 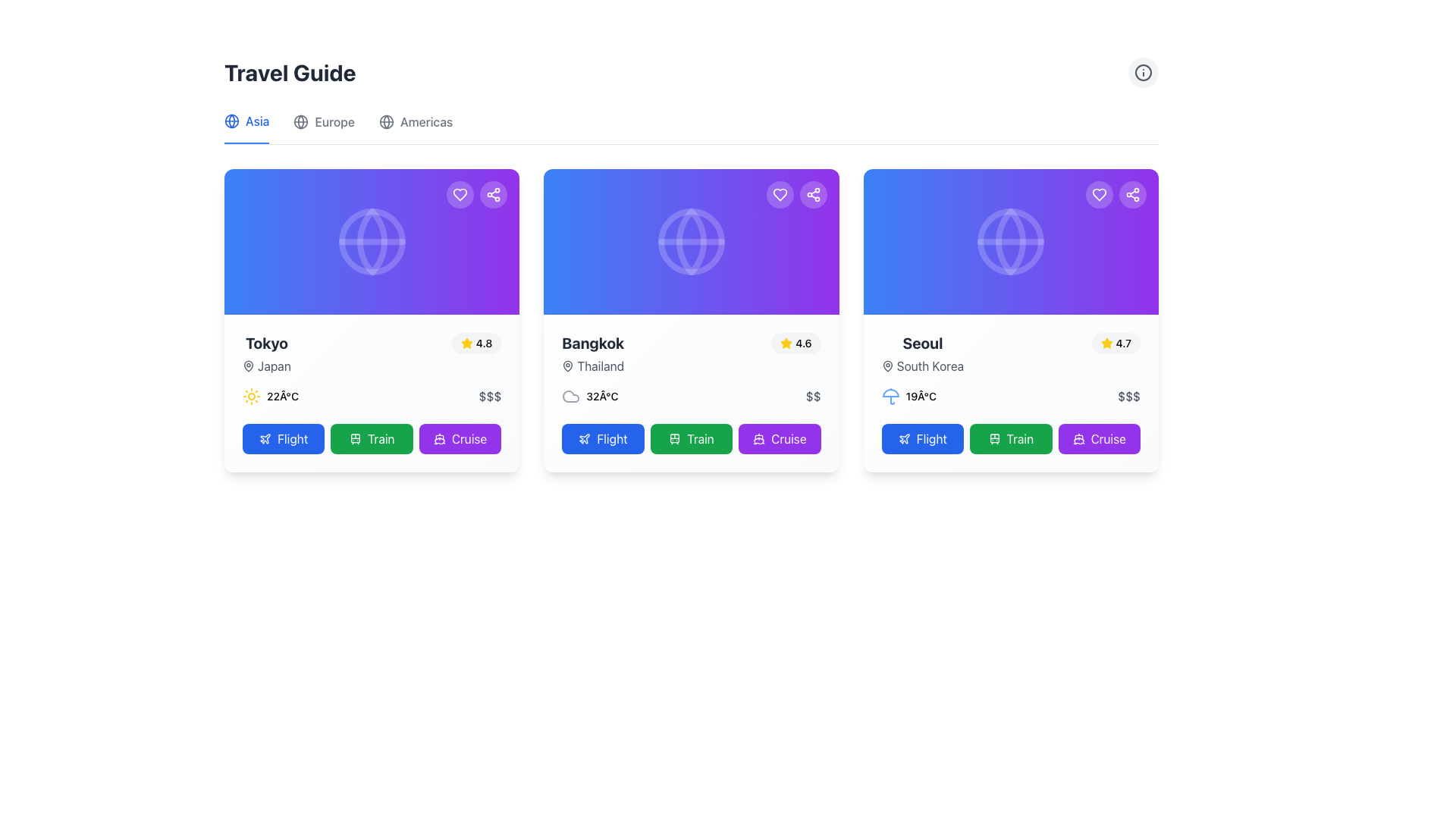 I want to click on the 'Train' button located at the bottom of the card displaying details about 'Tokyo, Japan', so click(x=372, y=438).